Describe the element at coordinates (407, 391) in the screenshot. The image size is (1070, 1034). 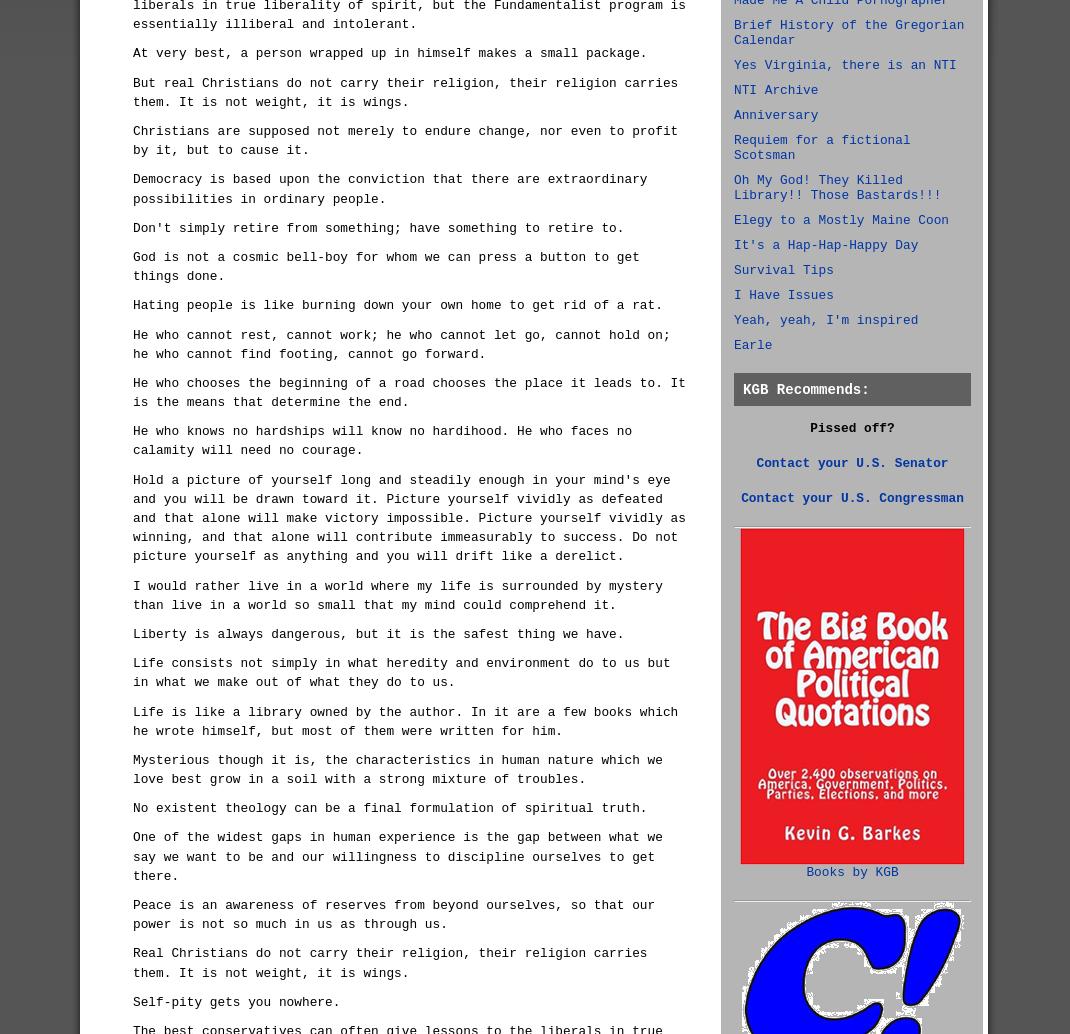
I see `'He who chooses the beginning of a road chooses the place it leads to. It 
      is the means that determine the end.'` at that location.